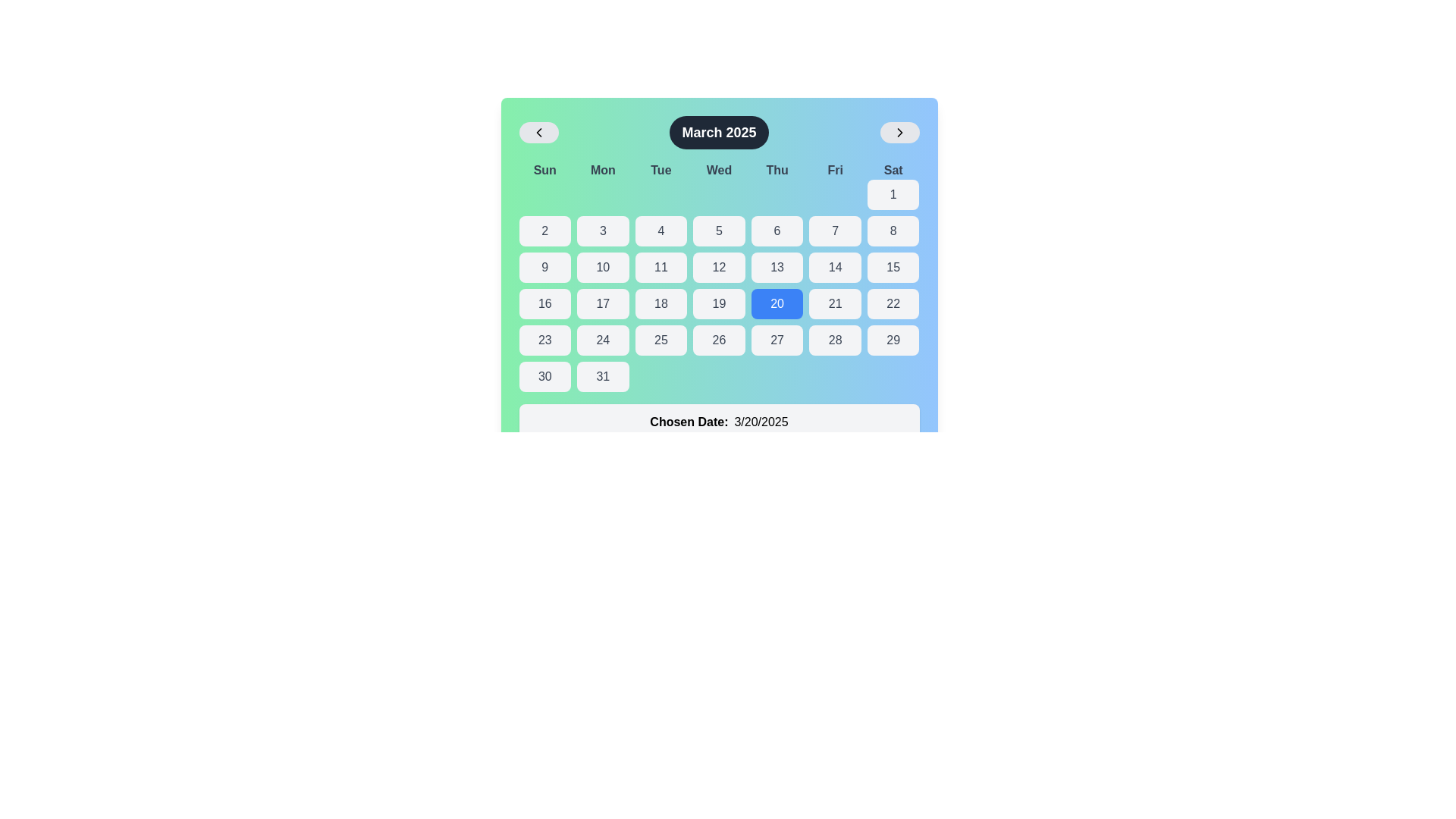 This screenshot has height=819, width=1456. Describe the element at coordinates (834, 170) in the screenshot. I see `the 'Friday' label, which is the sixth item in the sequence of day names at the top of the calendar` at that location.